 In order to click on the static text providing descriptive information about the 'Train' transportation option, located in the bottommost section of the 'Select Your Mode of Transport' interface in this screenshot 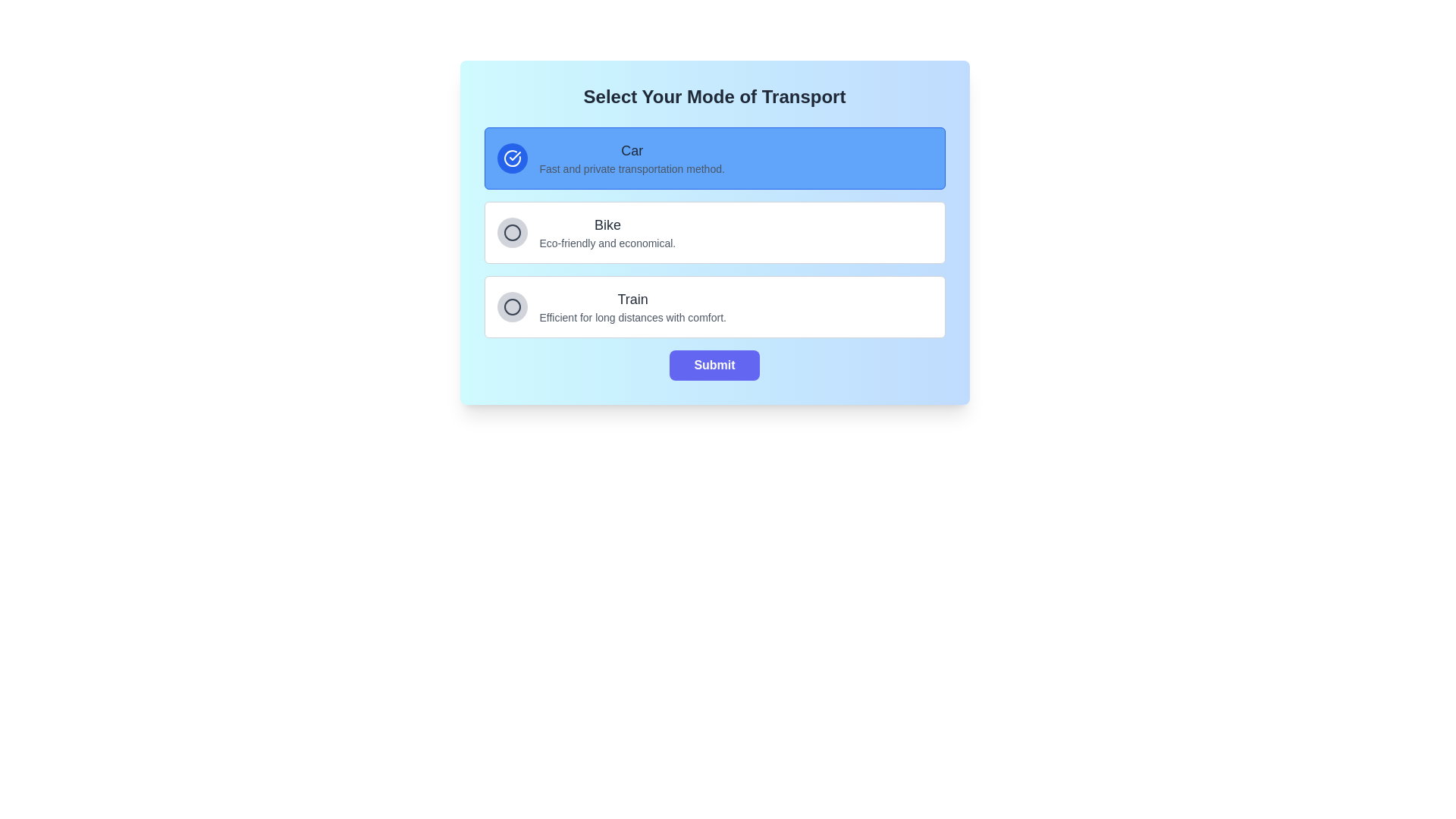, I will do `click(632, 317)`.